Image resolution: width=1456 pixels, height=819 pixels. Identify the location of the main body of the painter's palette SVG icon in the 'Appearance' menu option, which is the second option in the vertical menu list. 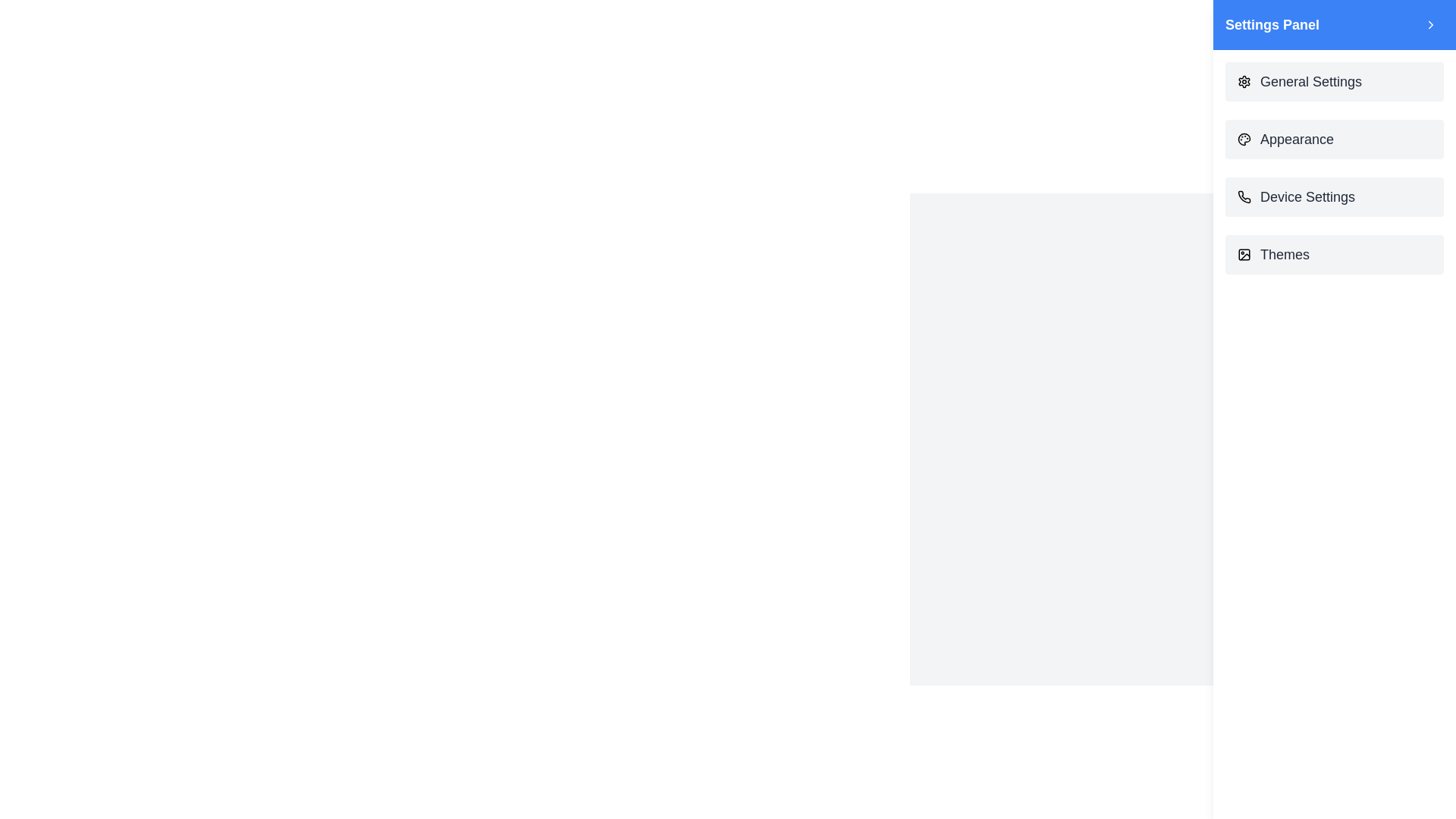
(1244, 140).